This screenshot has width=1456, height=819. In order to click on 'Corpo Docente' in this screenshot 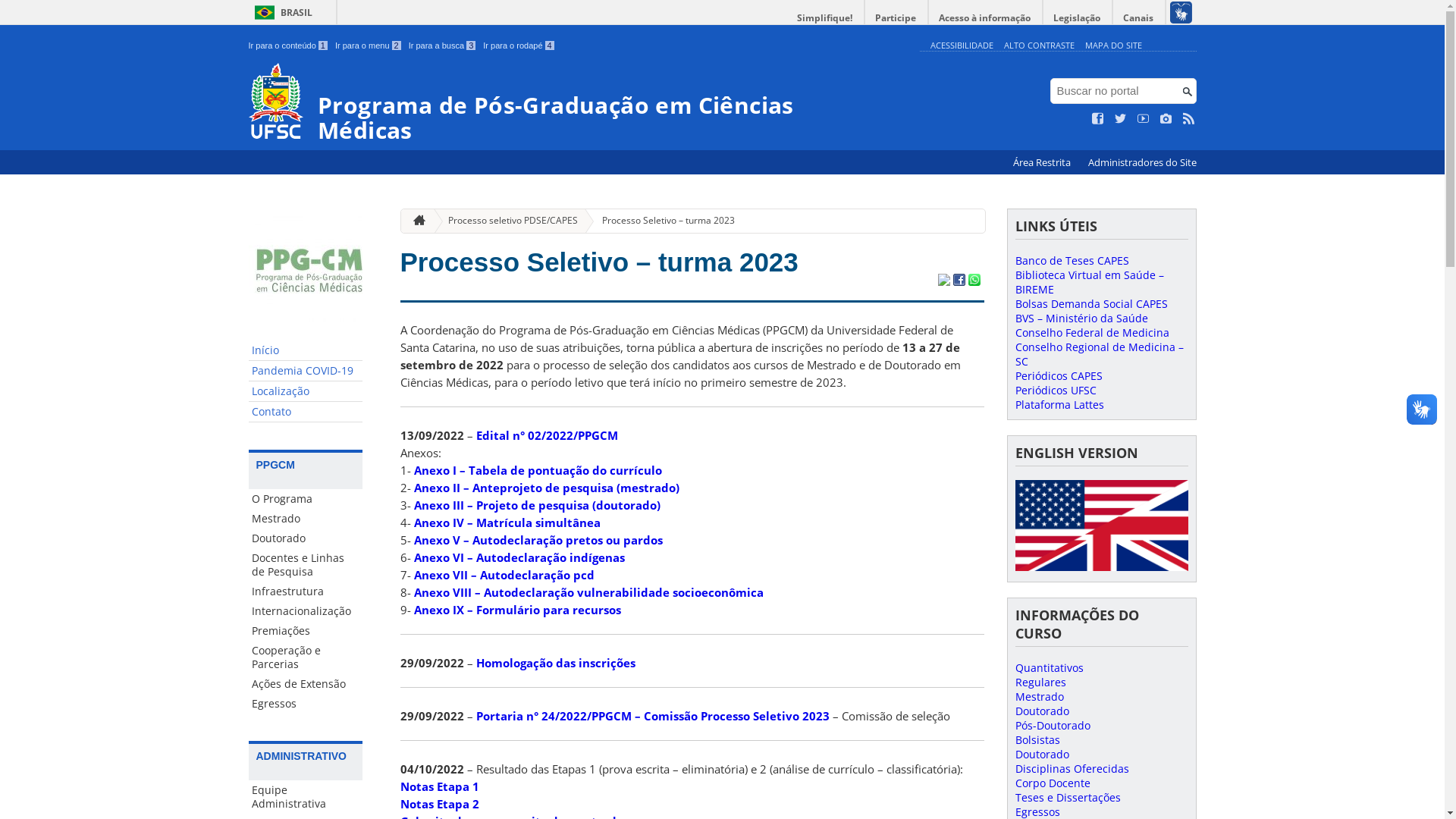, I will do `click(1051, 783)`.